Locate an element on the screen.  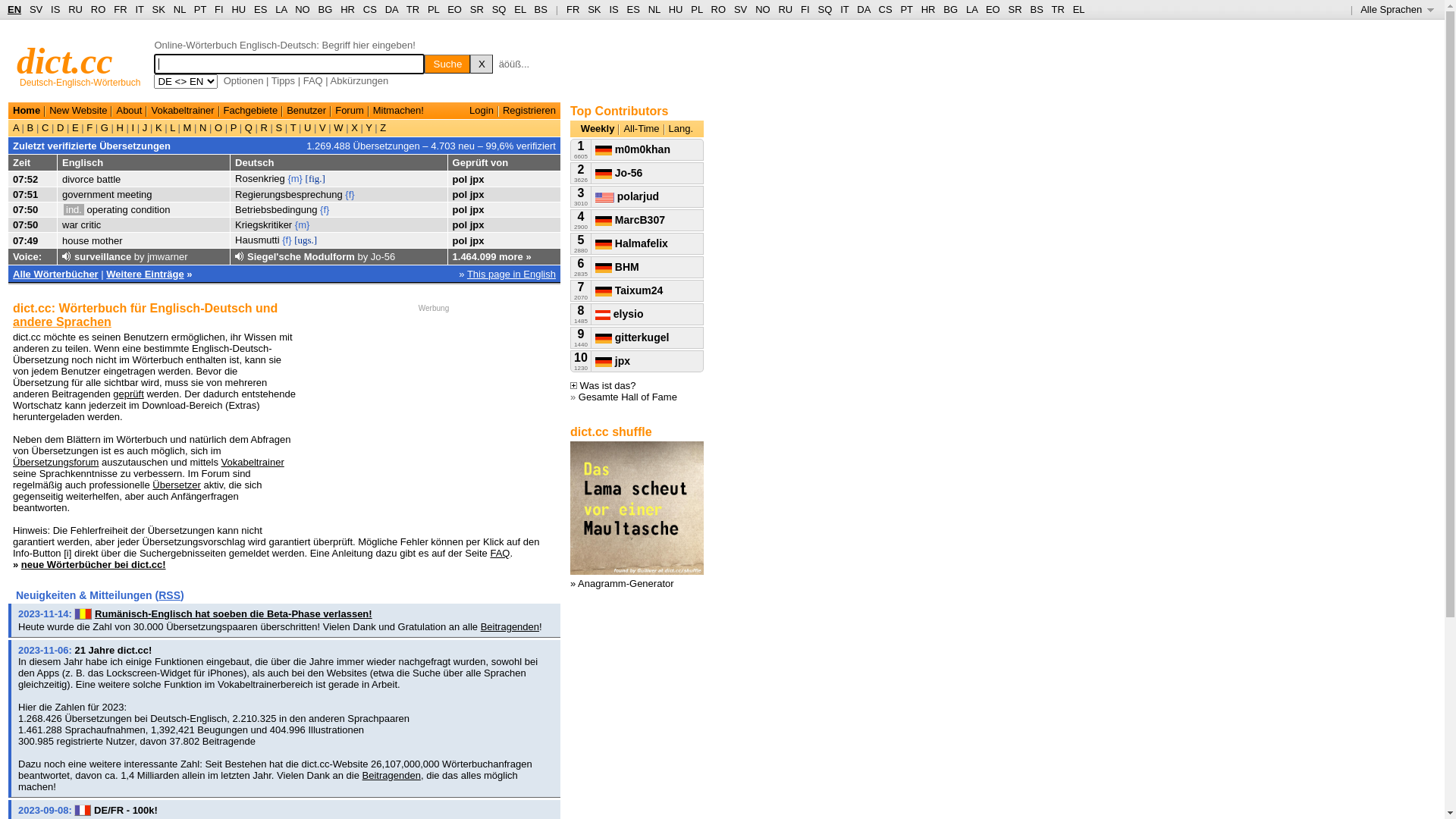
'PT' is located at coordinates (199, 9).